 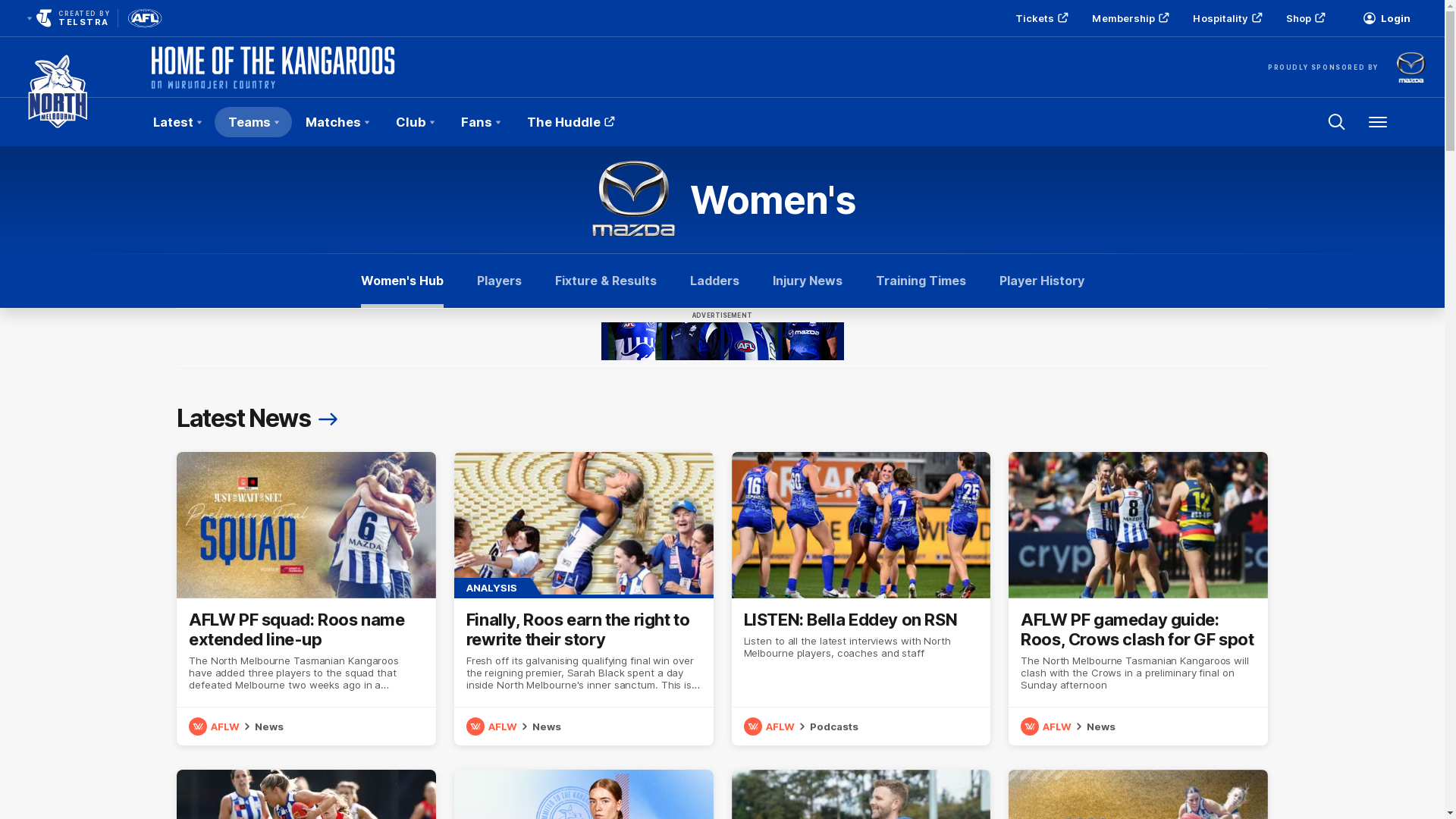 I want to click on 'Club Logo', so click(x=58, y=121).